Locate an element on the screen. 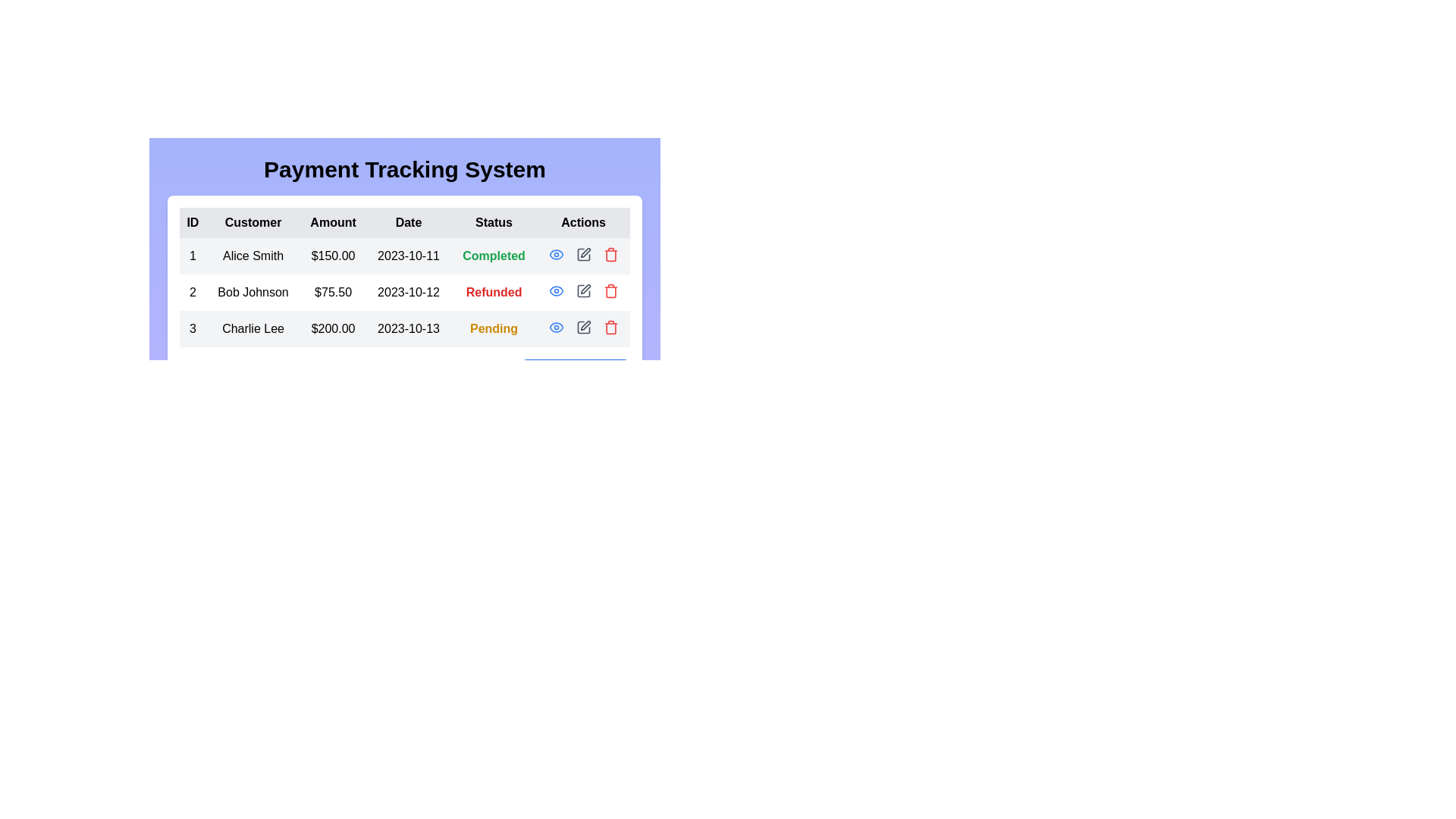 The height and width of the screenshot is (819, 1456). the first row of the table, which has a light gray background and contains various information including a green and bold 'Completed' status indicator is located at coordinates (404, 256).